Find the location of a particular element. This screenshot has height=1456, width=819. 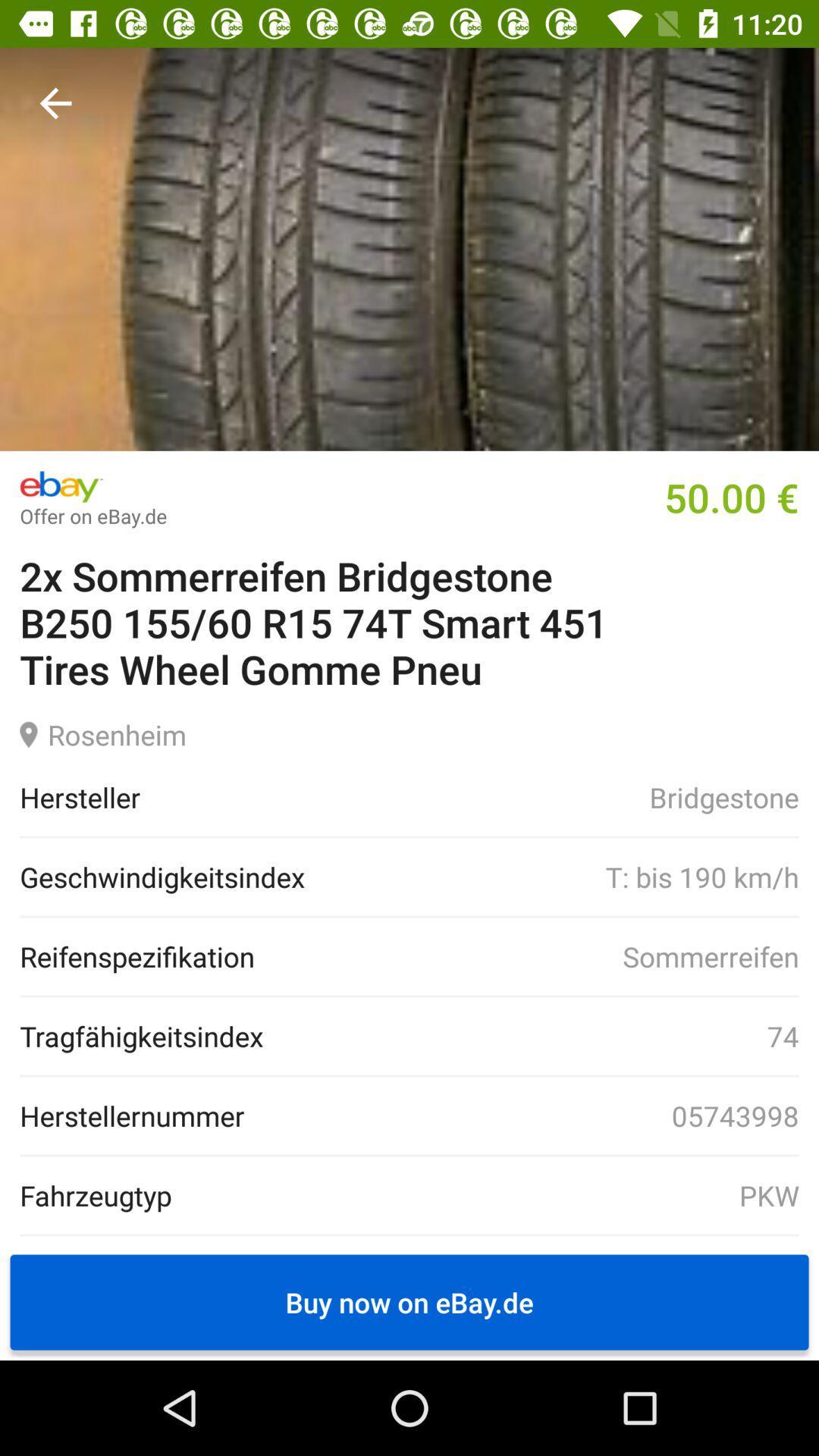

item to the right of the geschwindigkeitsindex is located at coordinates (551, 877).